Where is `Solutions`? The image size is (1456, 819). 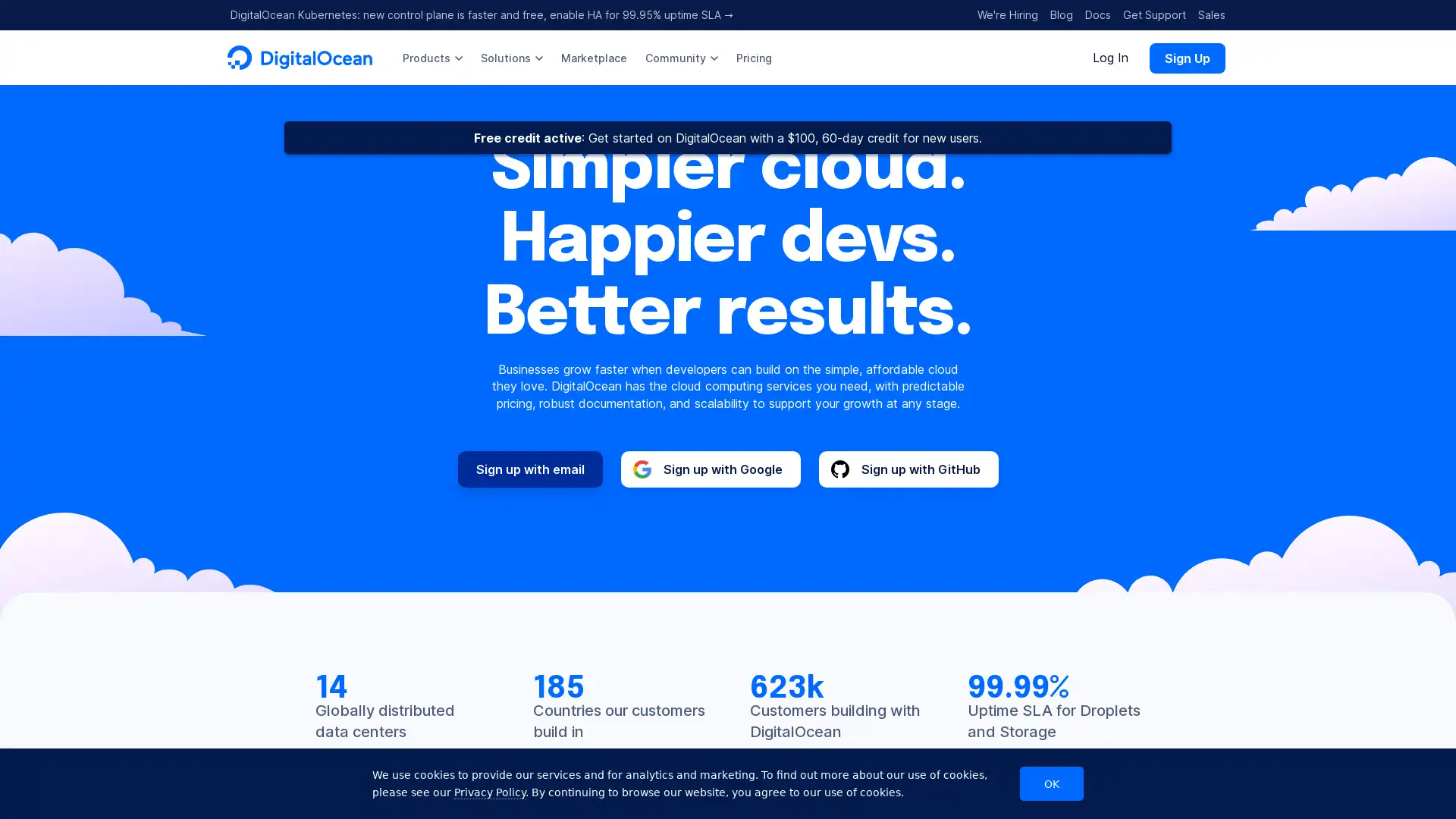 Solutions is located at coordinates (512, 57).